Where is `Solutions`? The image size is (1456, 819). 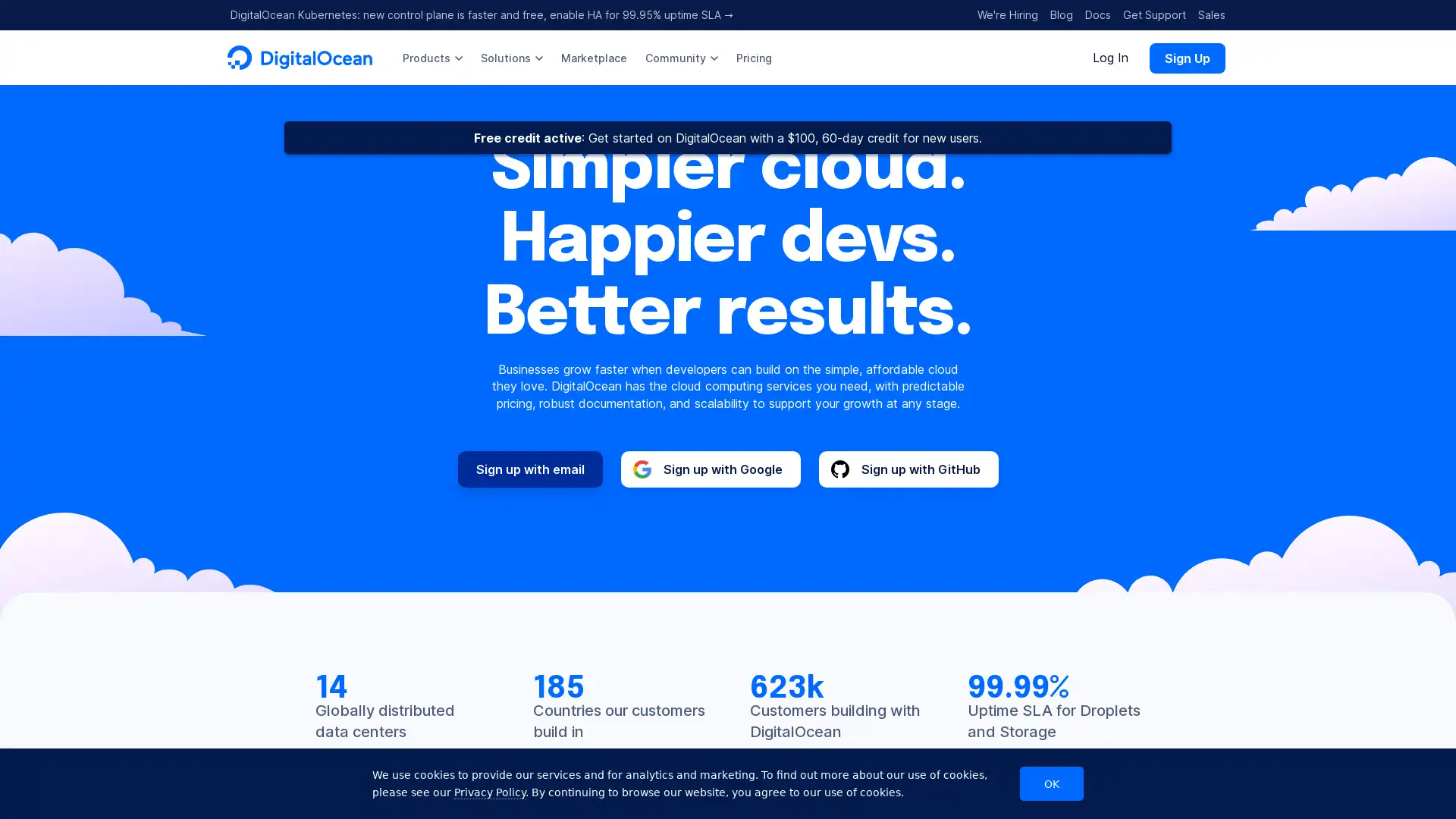 Solutions is located at coordinates (512, 57).